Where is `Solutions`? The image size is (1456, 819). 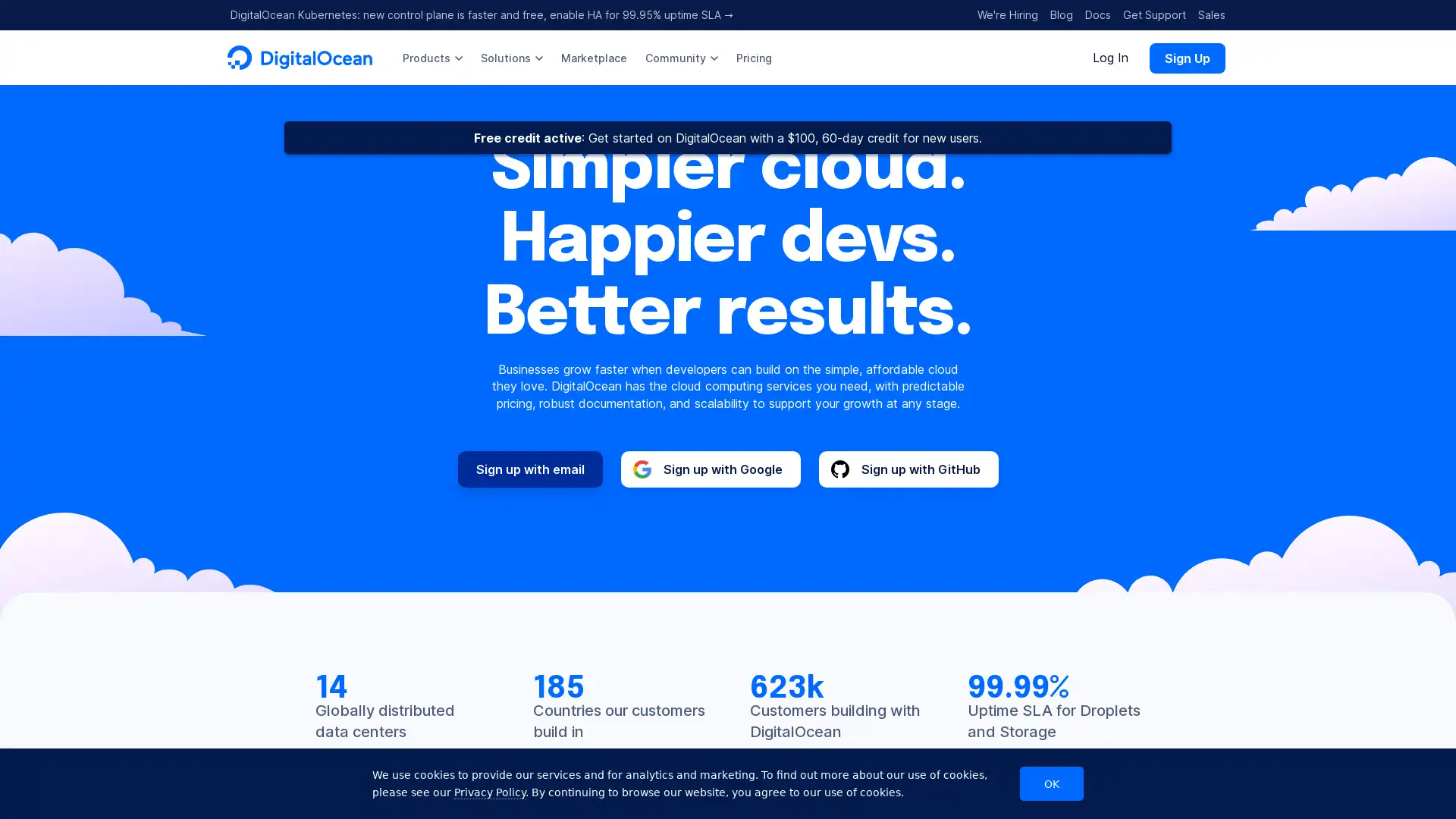 Solutions is located at coordinates (512, 57).